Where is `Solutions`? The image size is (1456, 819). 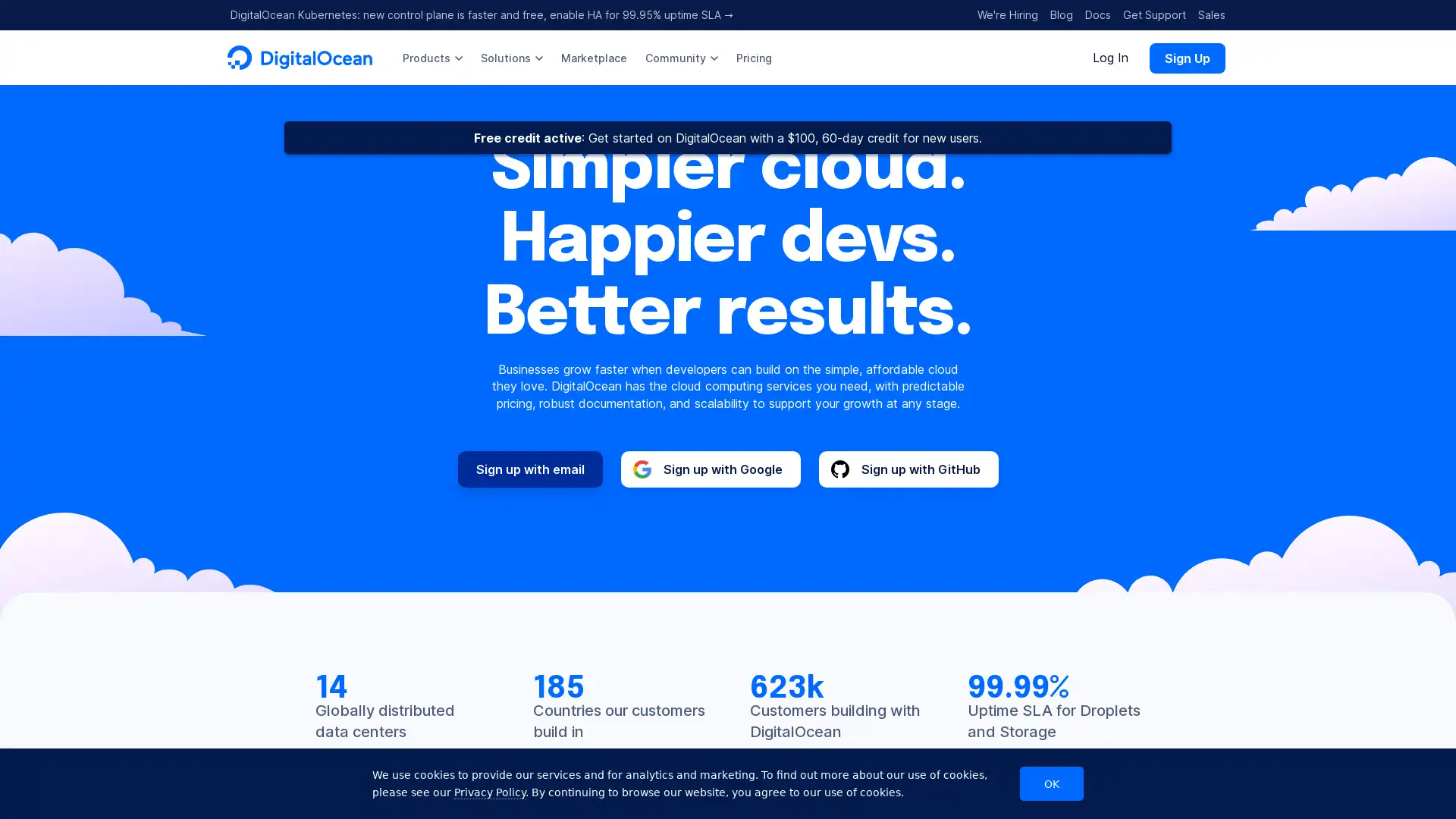 Solutions is located at coordinates (512, 57).